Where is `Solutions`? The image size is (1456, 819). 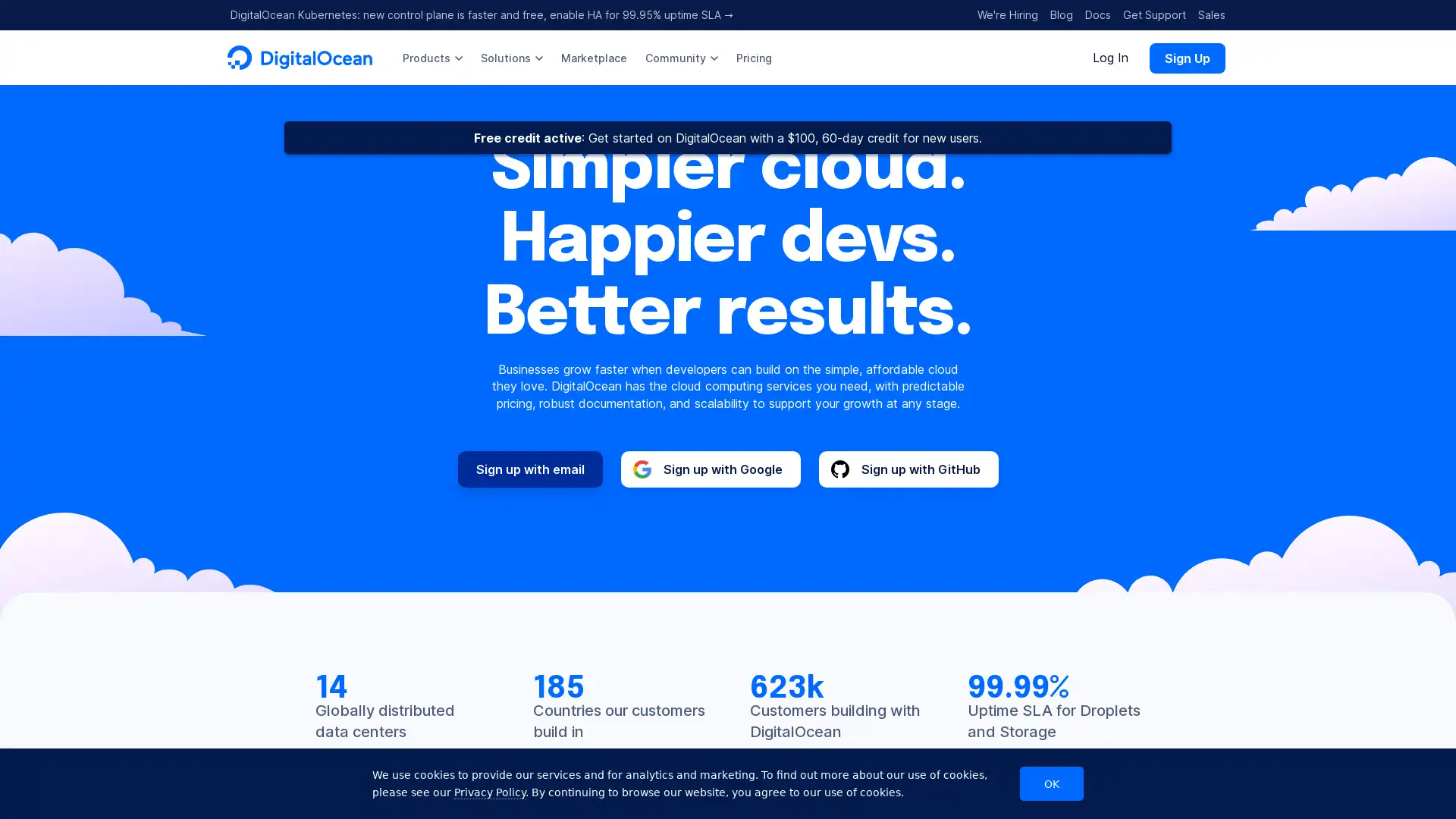 Solutions is located at coordinates (512, 57).